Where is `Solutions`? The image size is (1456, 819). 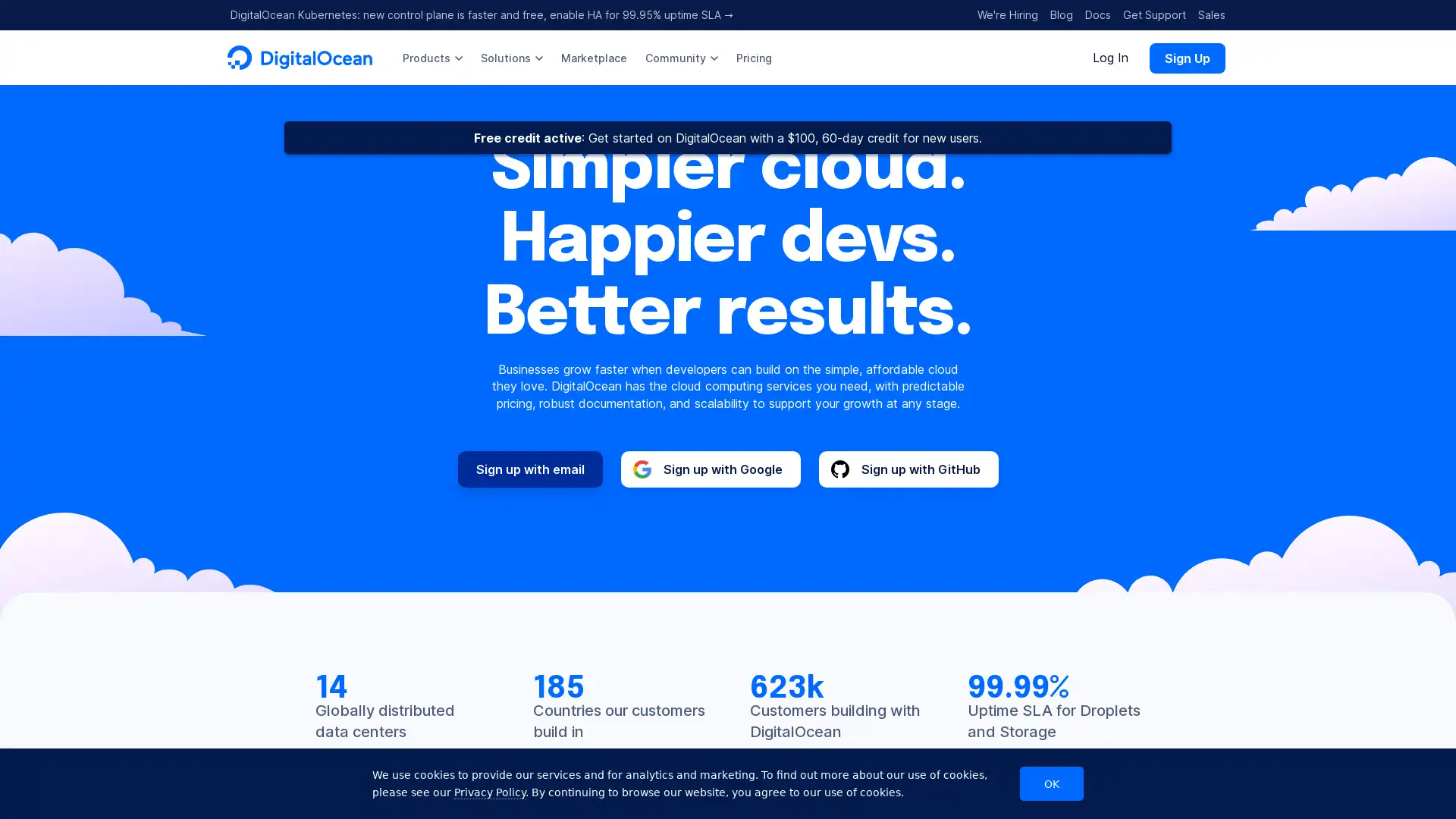 Solutions is located at coordinates (512, 57).